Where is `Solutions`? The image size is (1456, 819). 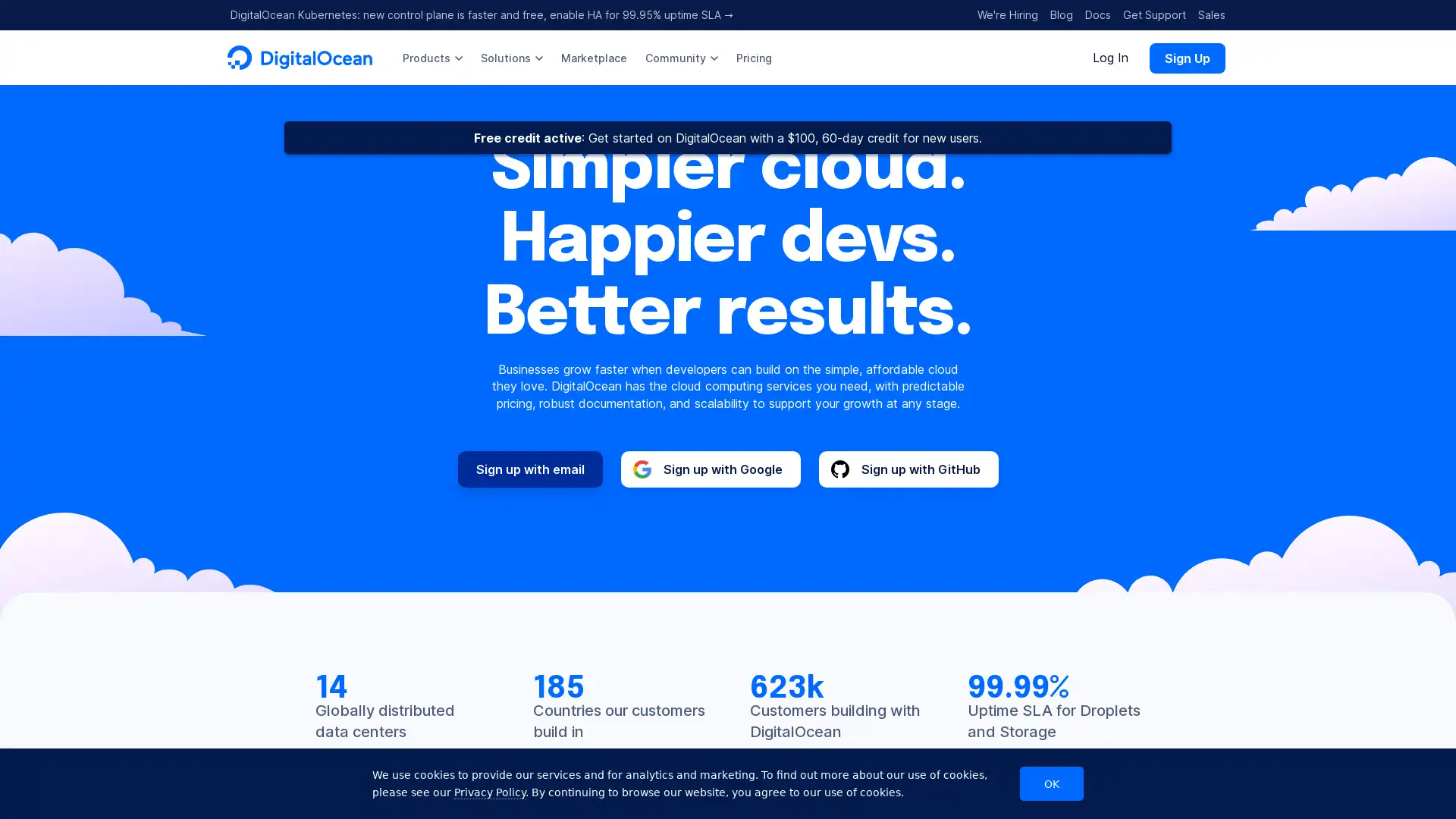 Solutions is located at coordinates (512, 57).